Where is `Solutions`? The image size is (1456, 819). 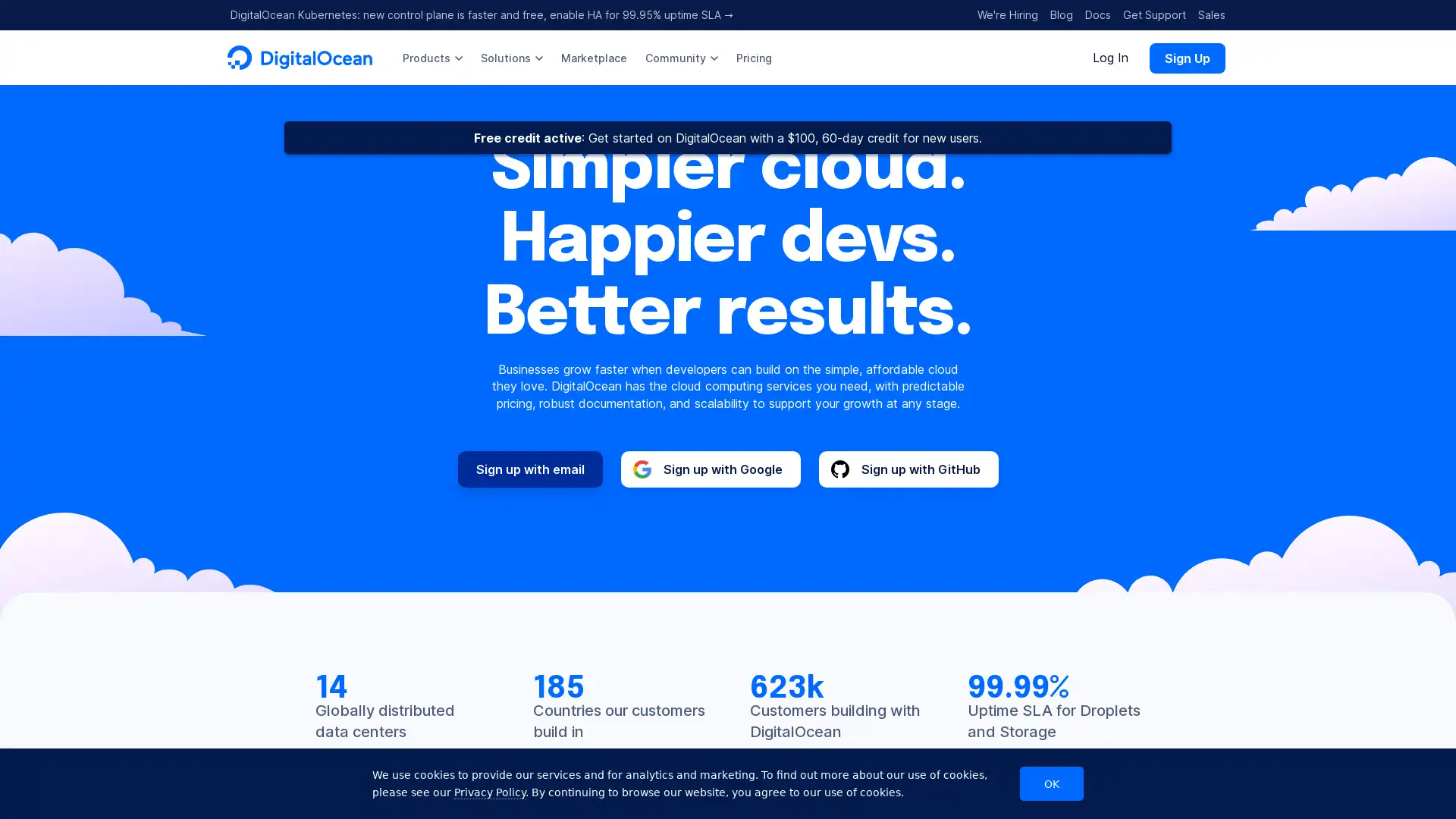 Solutions is located at coordinates (512, 57).